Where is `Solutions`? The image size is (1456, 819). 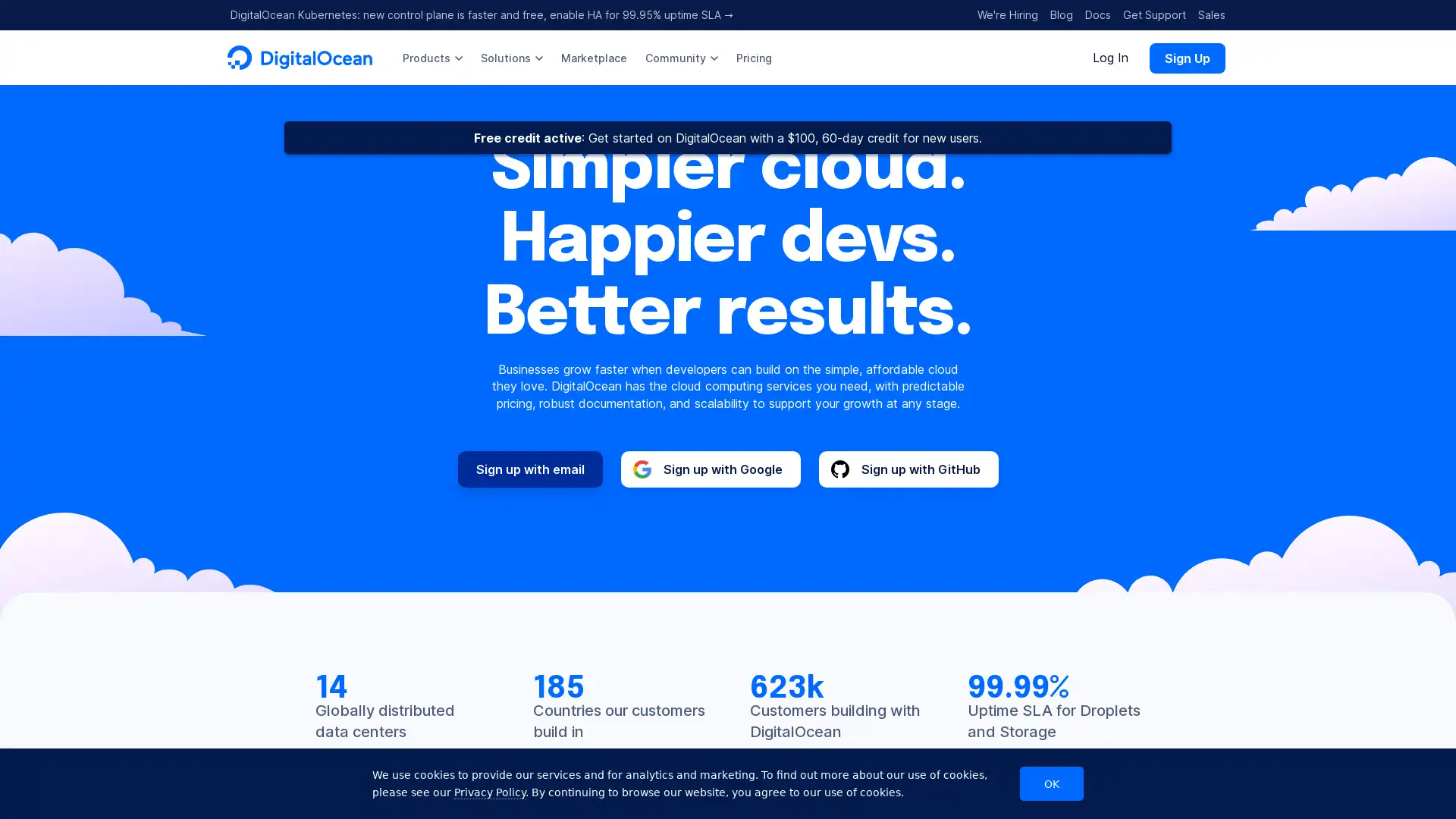 Solutions is located at coordinates (512, 57).